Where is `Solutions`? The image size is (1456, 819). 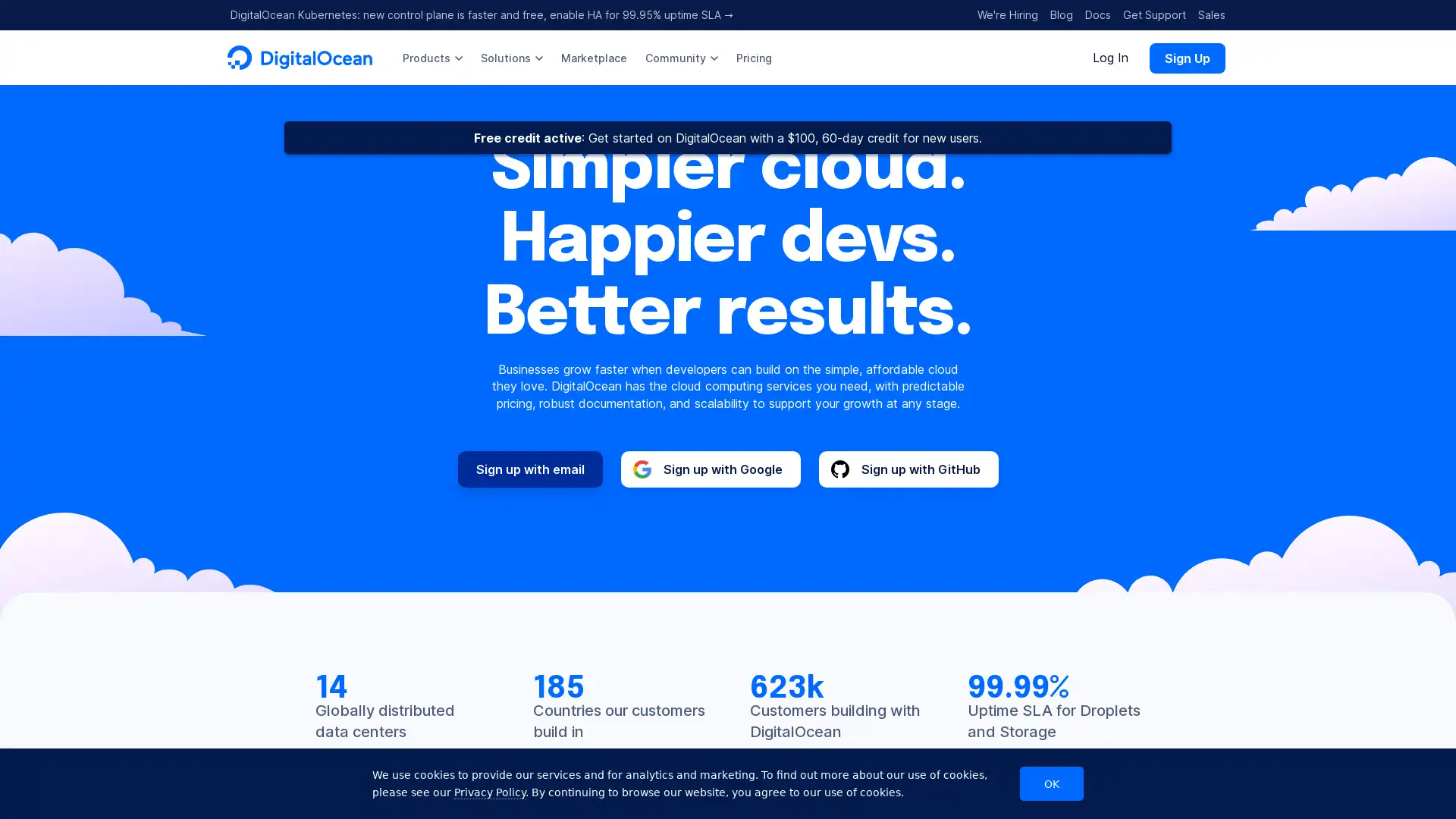 Solutions is located at coordinates (512, 57).